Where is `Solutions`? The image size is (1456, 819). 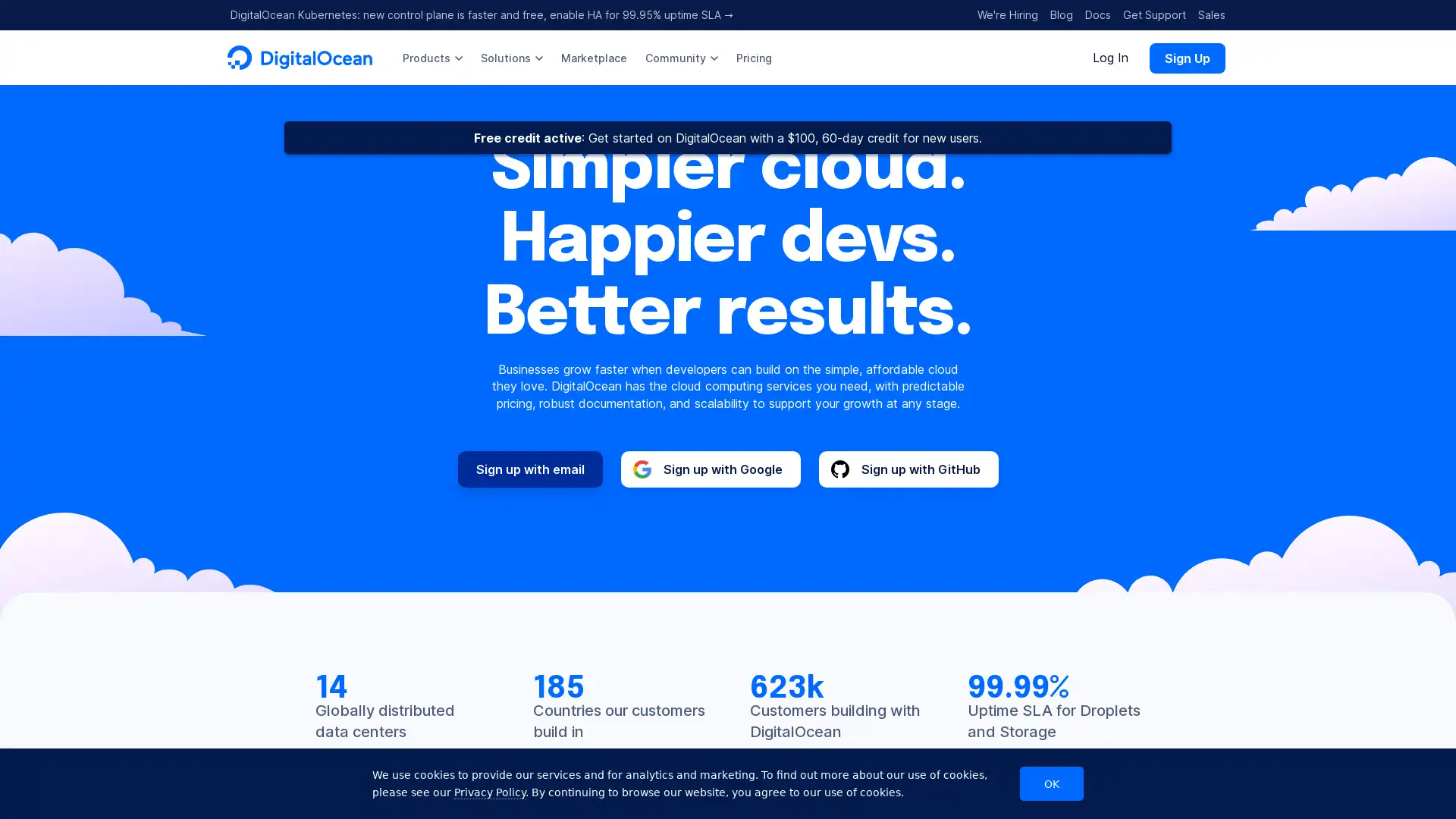 Solutions is located at coordinates (512, 57).